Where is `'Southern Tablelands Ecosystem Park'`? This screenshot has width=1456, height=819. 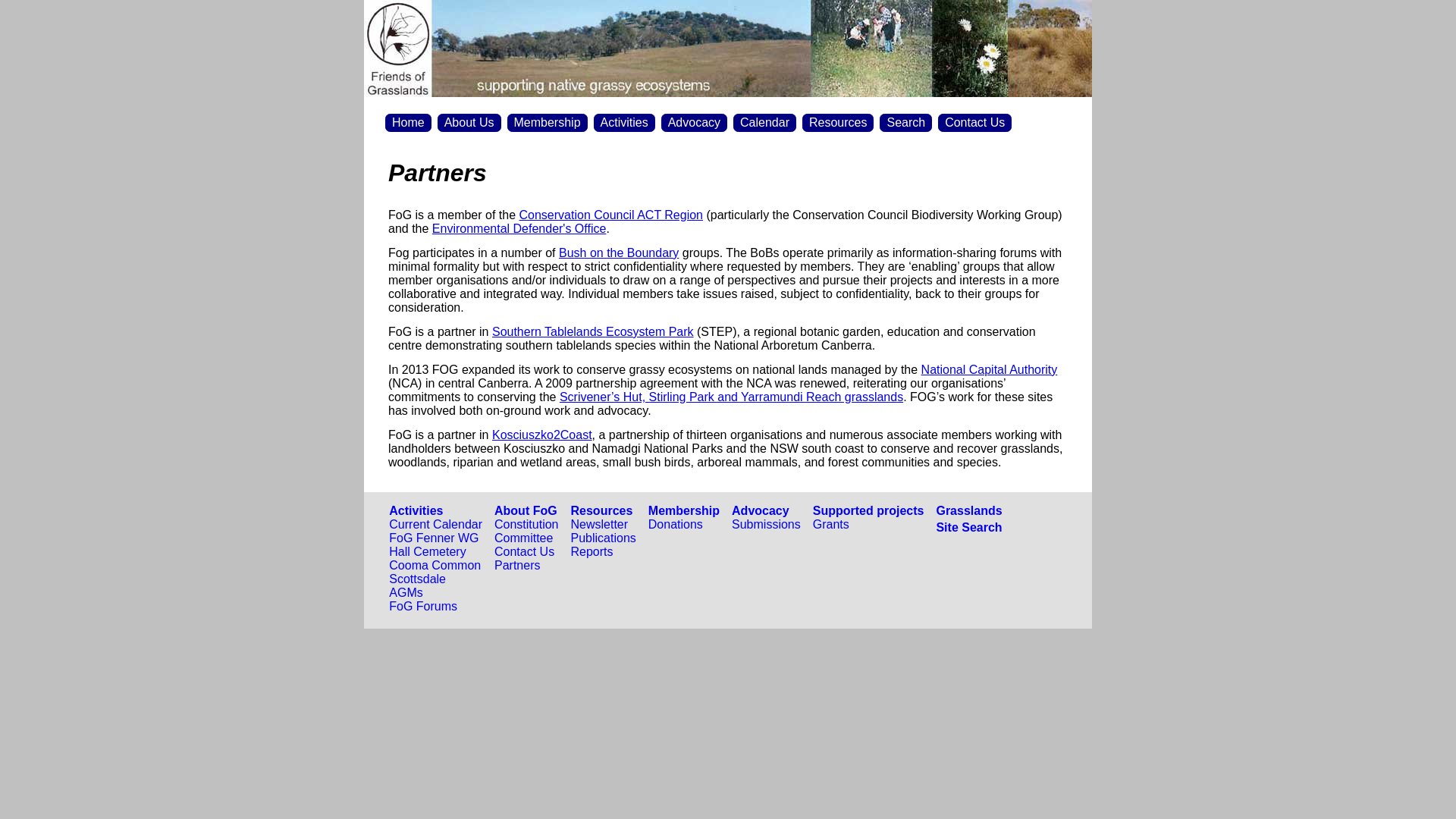 'Southern Tablelands Ecosystem Park' is located at coordinates (592, 331).